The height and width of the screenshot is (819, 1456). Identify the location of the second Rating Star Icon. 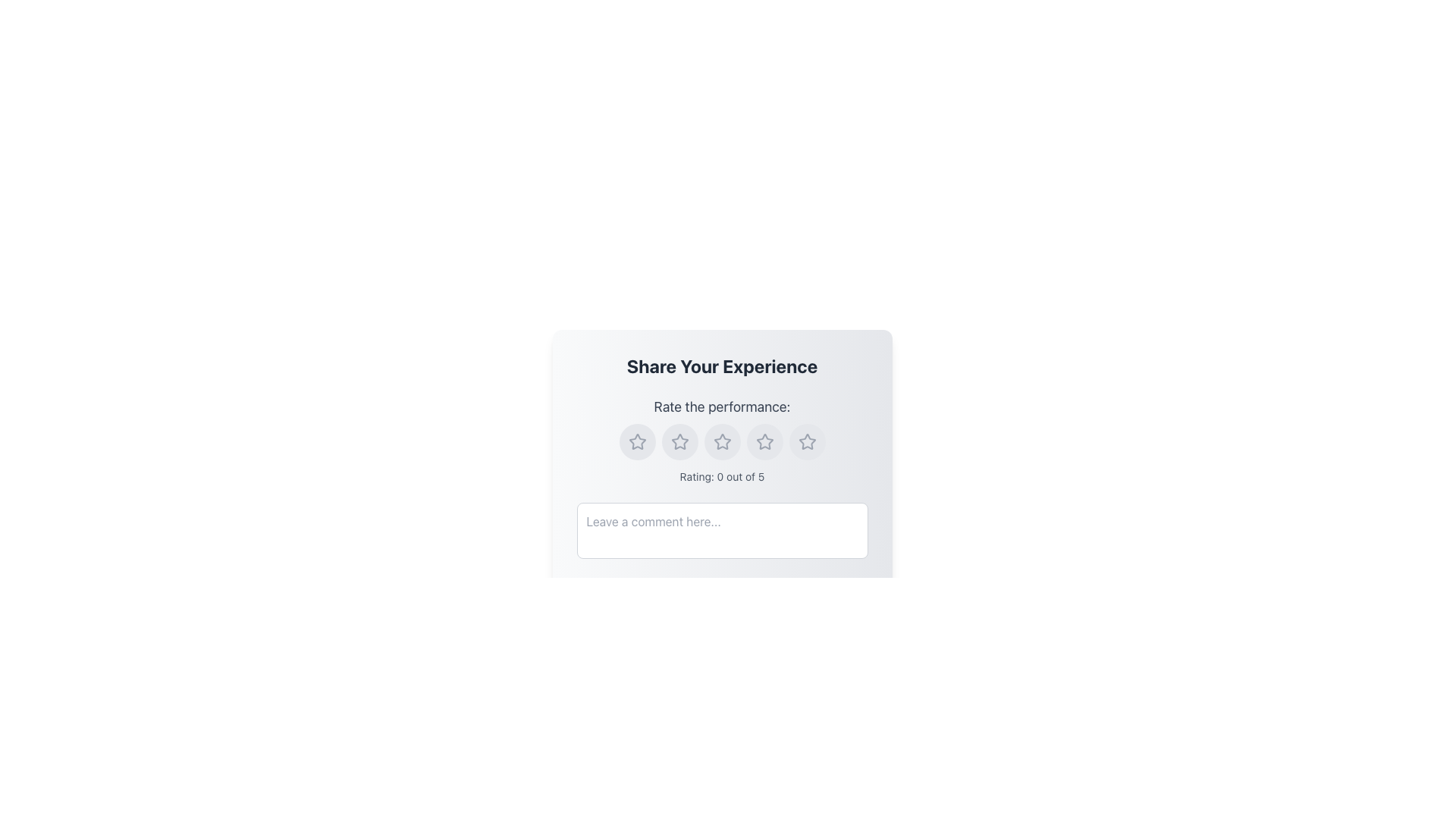
(679, 441).